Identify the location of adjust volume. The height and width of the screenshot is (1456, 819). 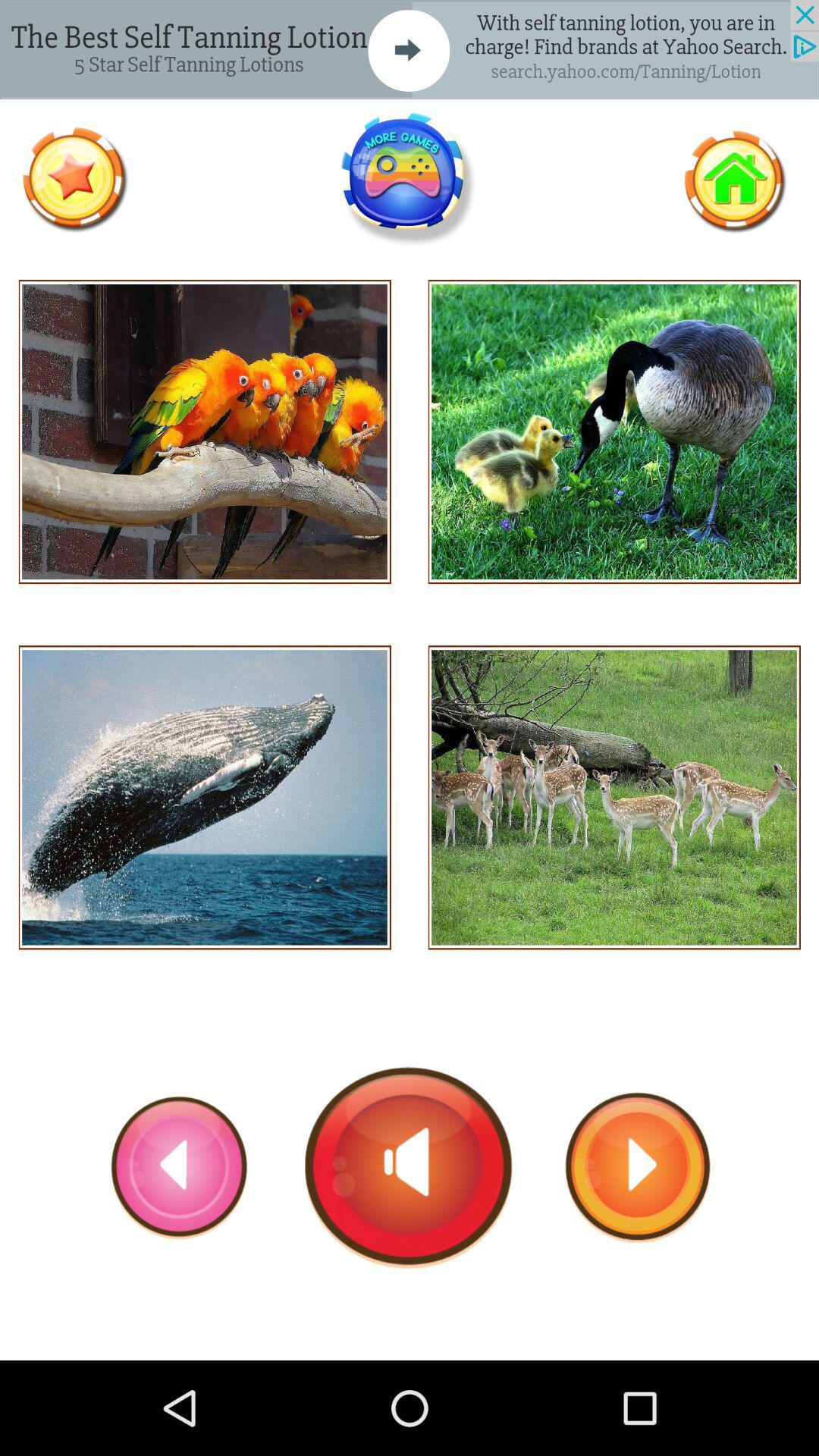
(408, 1166).